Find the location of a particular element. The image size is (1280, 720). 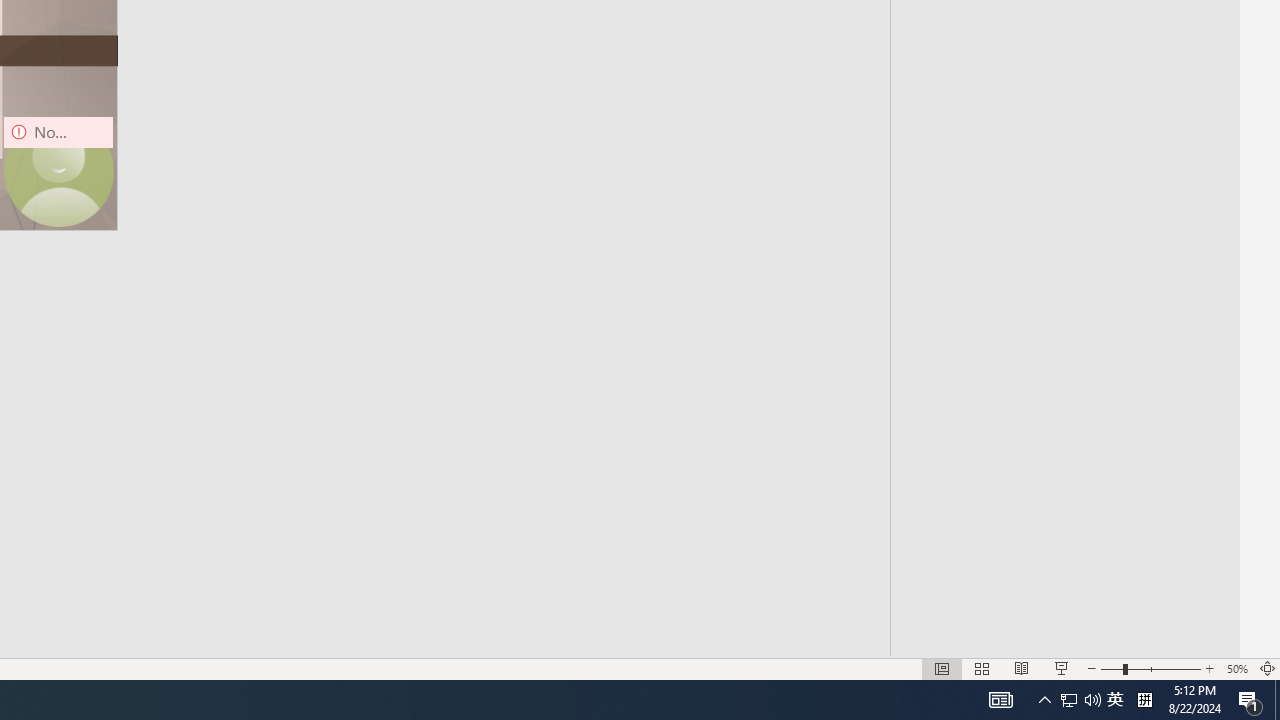

'Zoom 50%' is located at coordinates (1236, 669).